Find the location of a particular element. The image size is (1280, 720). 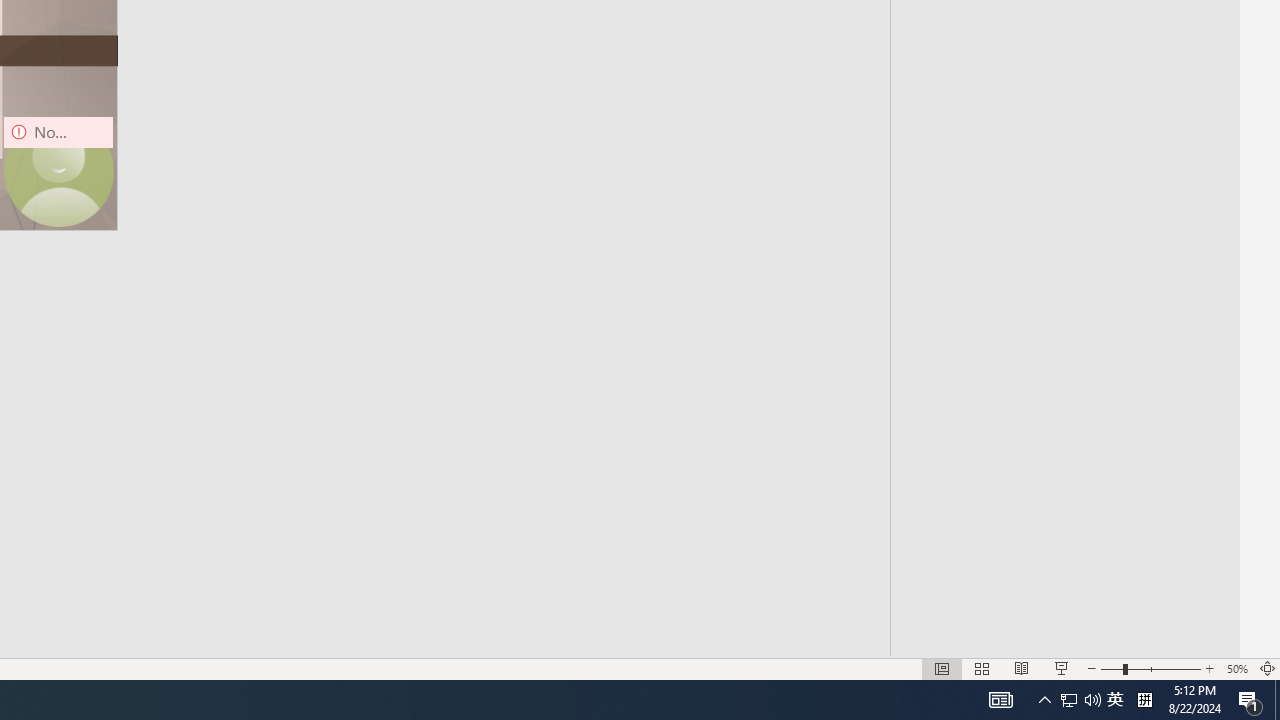

'Zoom 50%' is located at coordinates (1236, 669).